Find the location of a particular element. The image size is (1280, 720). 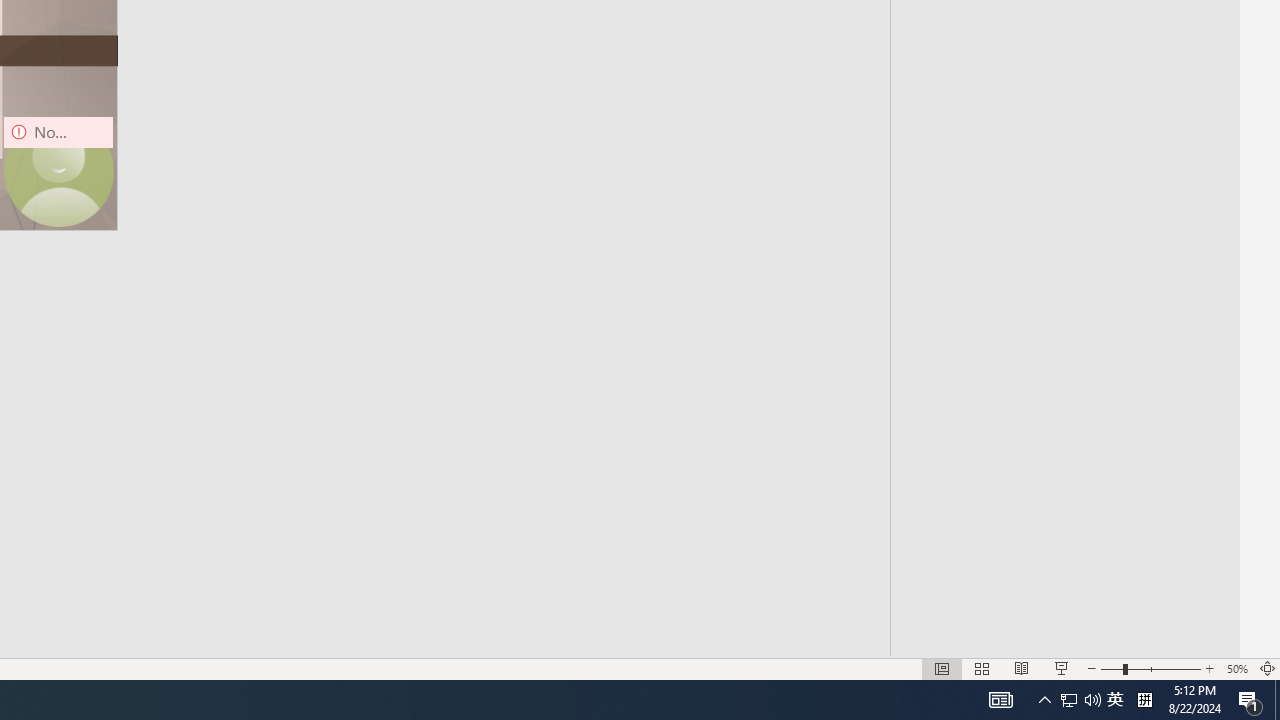

'Zoom 50%' is located at coordinates (1236, 669).